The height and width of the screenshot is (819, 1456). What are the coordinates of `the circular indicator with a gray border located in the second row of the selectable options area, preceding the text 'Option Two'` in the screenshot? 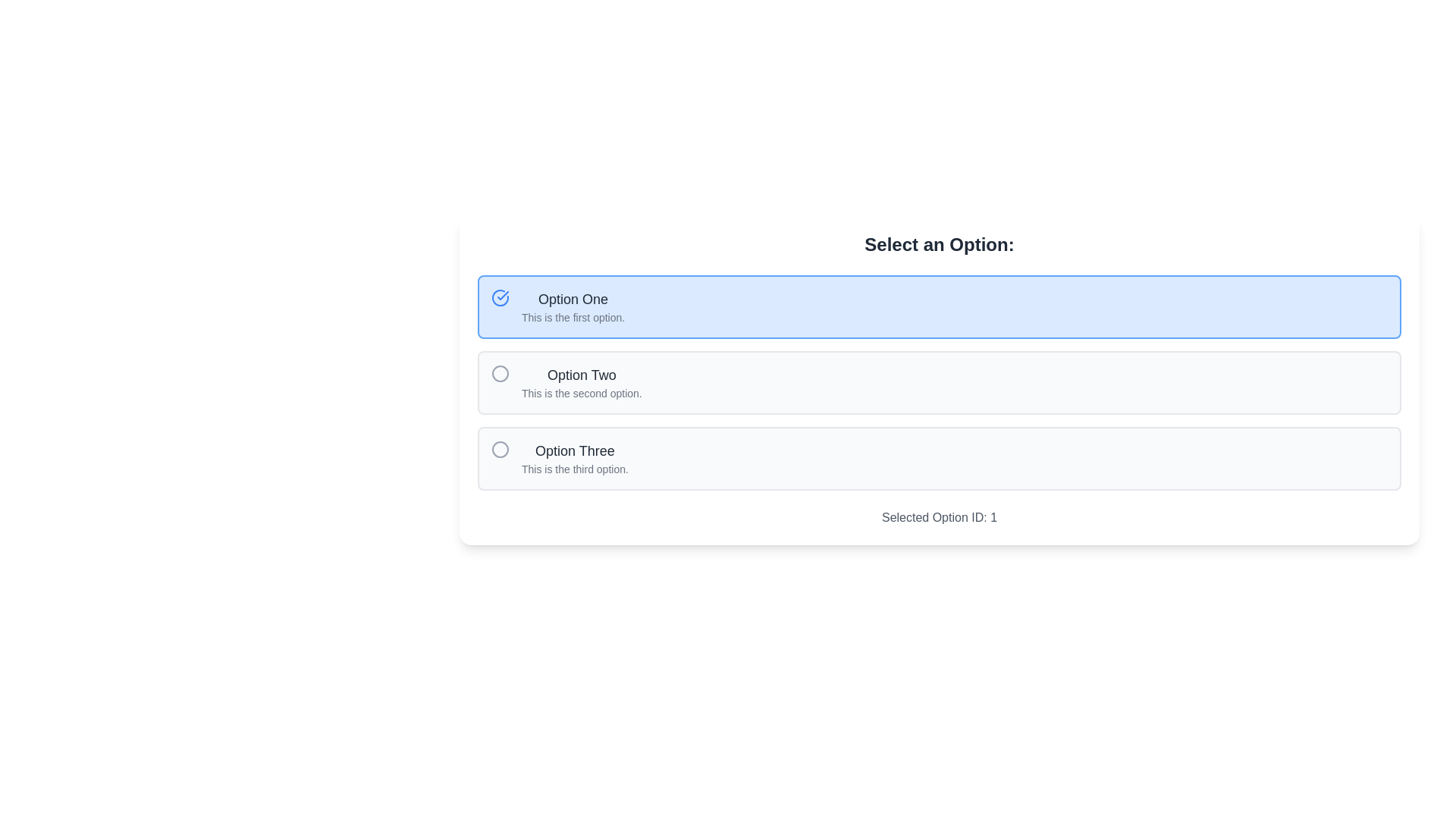 It's located at (500, 374).